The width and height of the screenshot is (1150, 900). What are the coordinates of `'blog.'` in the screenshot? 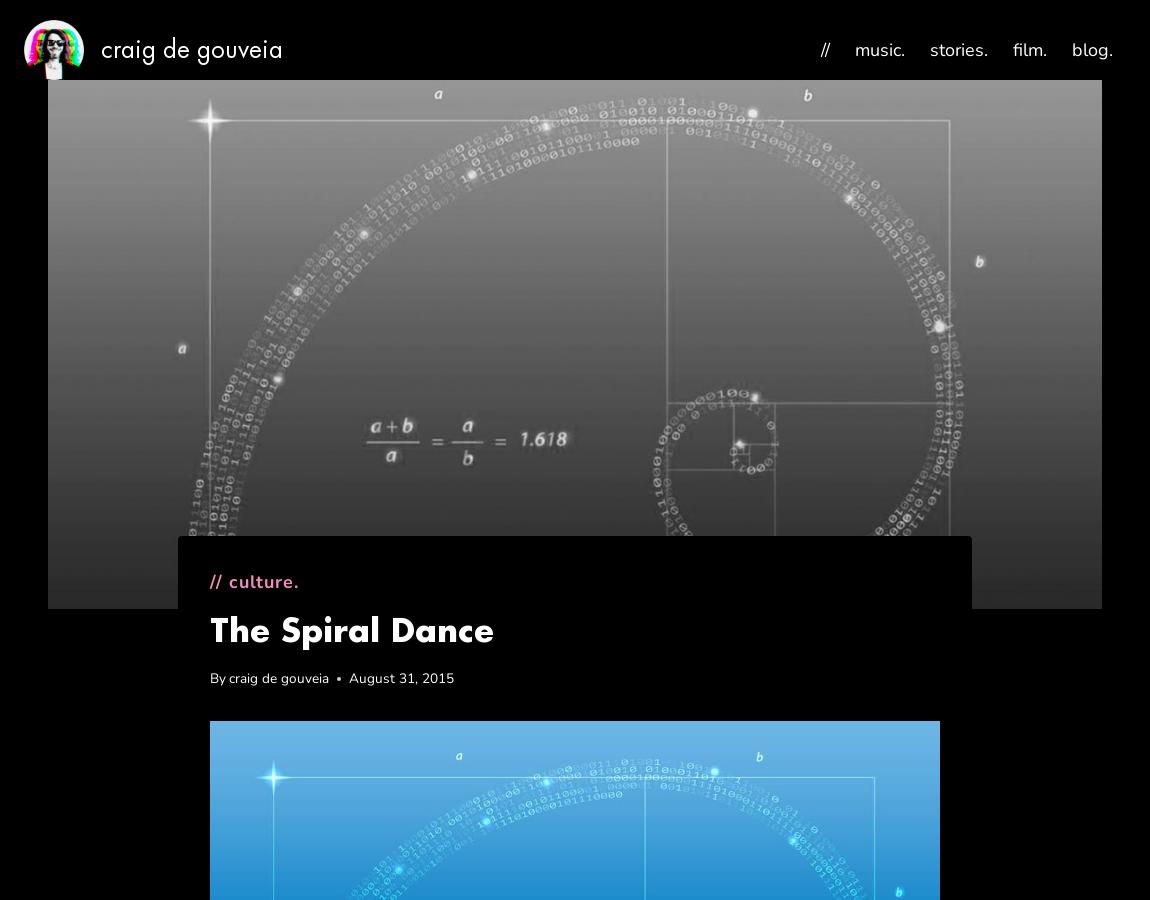 It's located at (1092, 47).